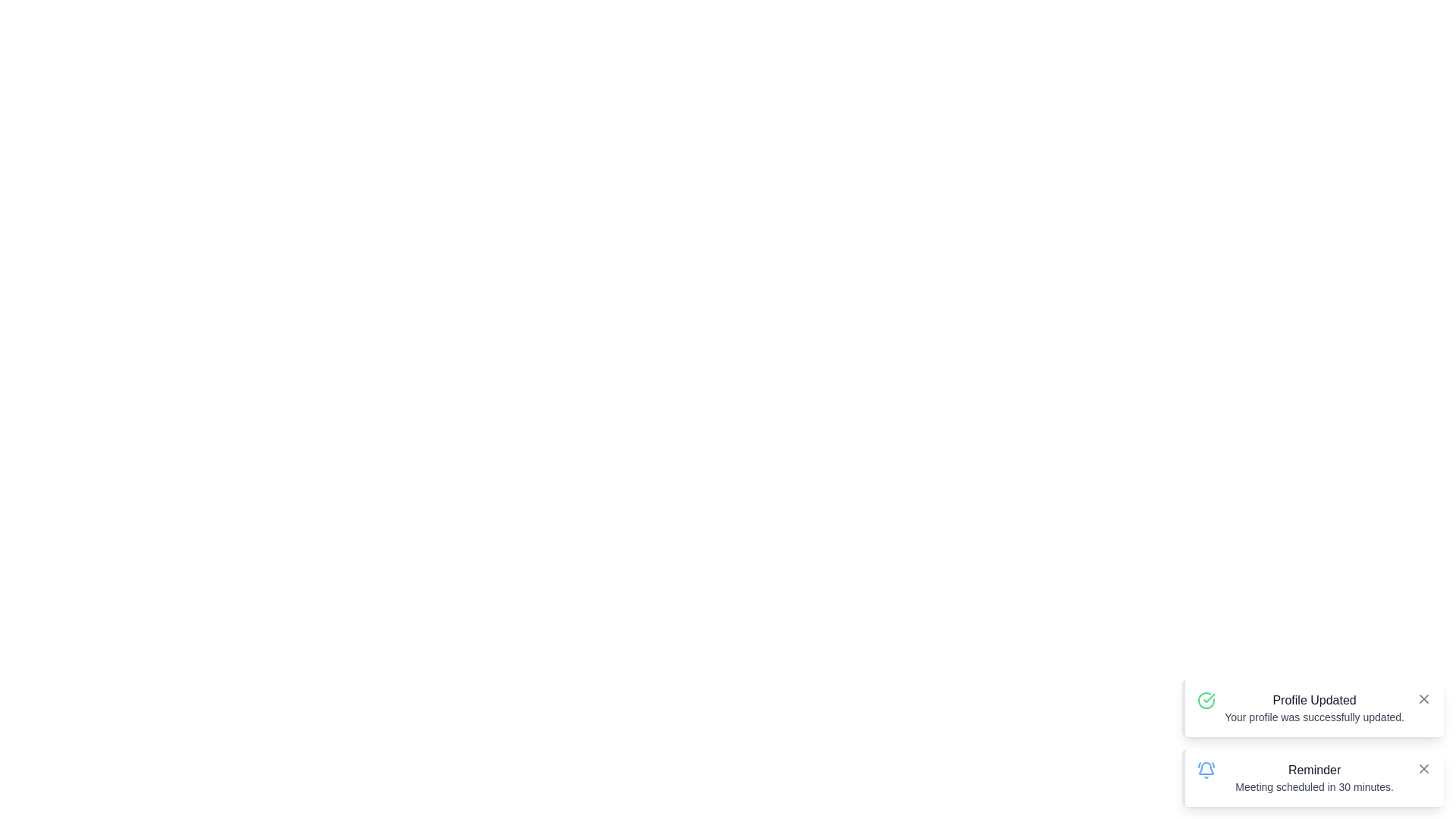 Image resolution: width=1456 pixels, height=819 pixels. What do you see at coordinates (1313, 701) in the screenshot?
I see `the heading text 'Profile Updated' which is styled with medium font weight and dark gray color, located in the bottom-right confirmation notification card` at bounding box center [1313, 701].